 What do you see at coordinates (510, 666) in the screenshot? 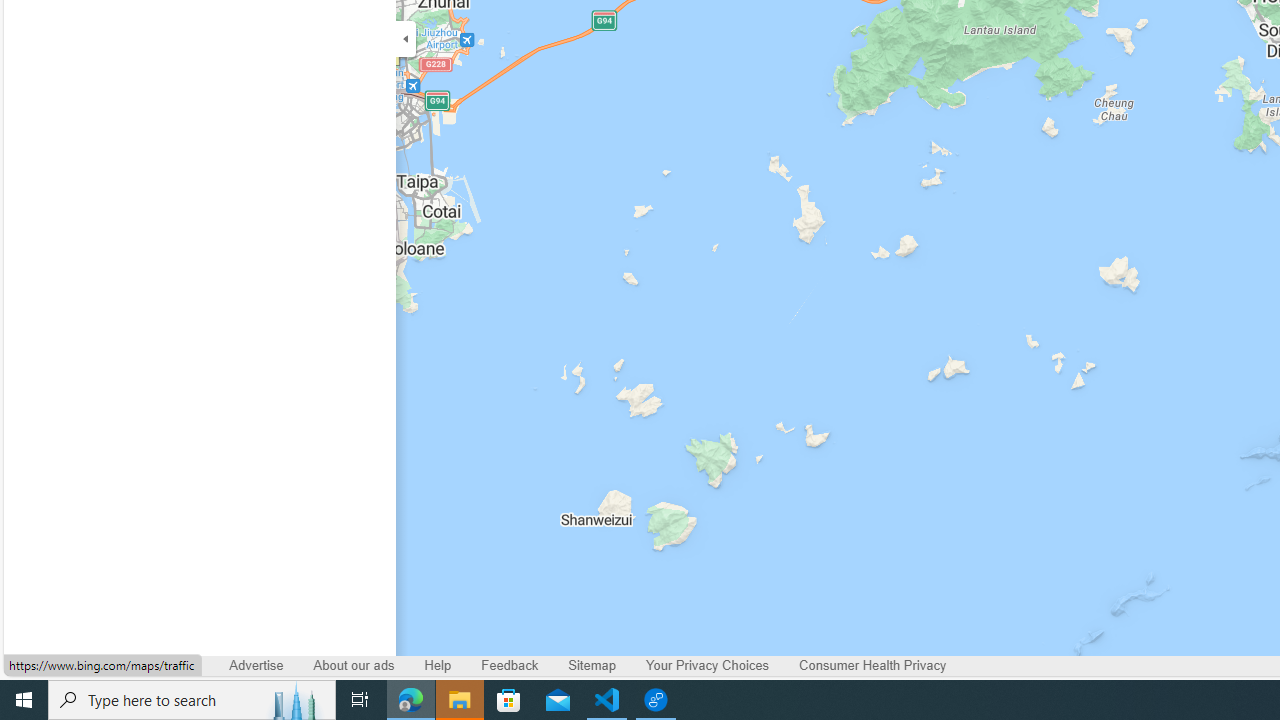
I see `'Feedback'` at bounding box center [510, 666].